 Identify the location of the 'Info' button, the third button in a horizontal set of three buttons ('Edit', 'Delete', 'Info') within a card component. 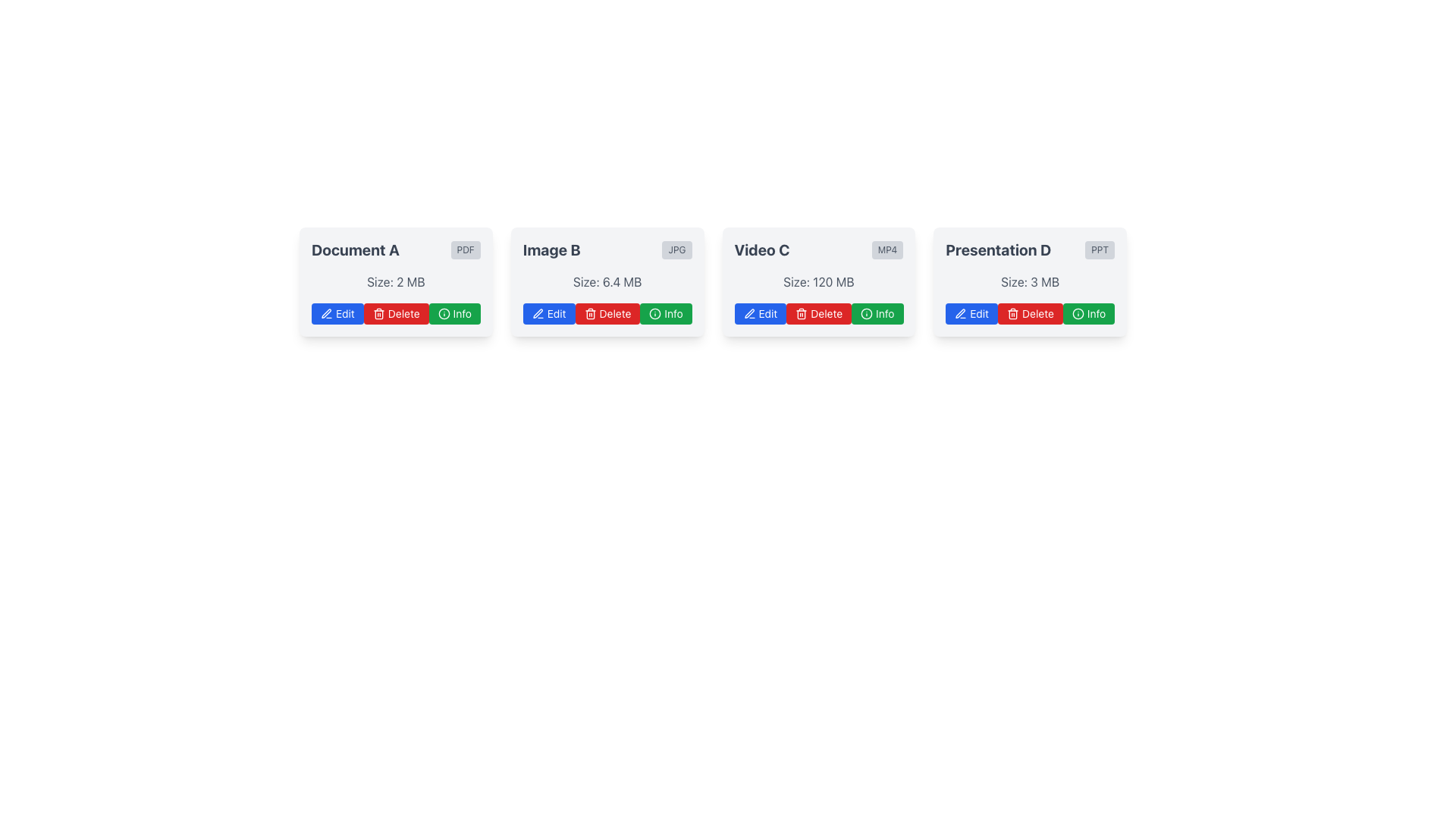
(453, 312).